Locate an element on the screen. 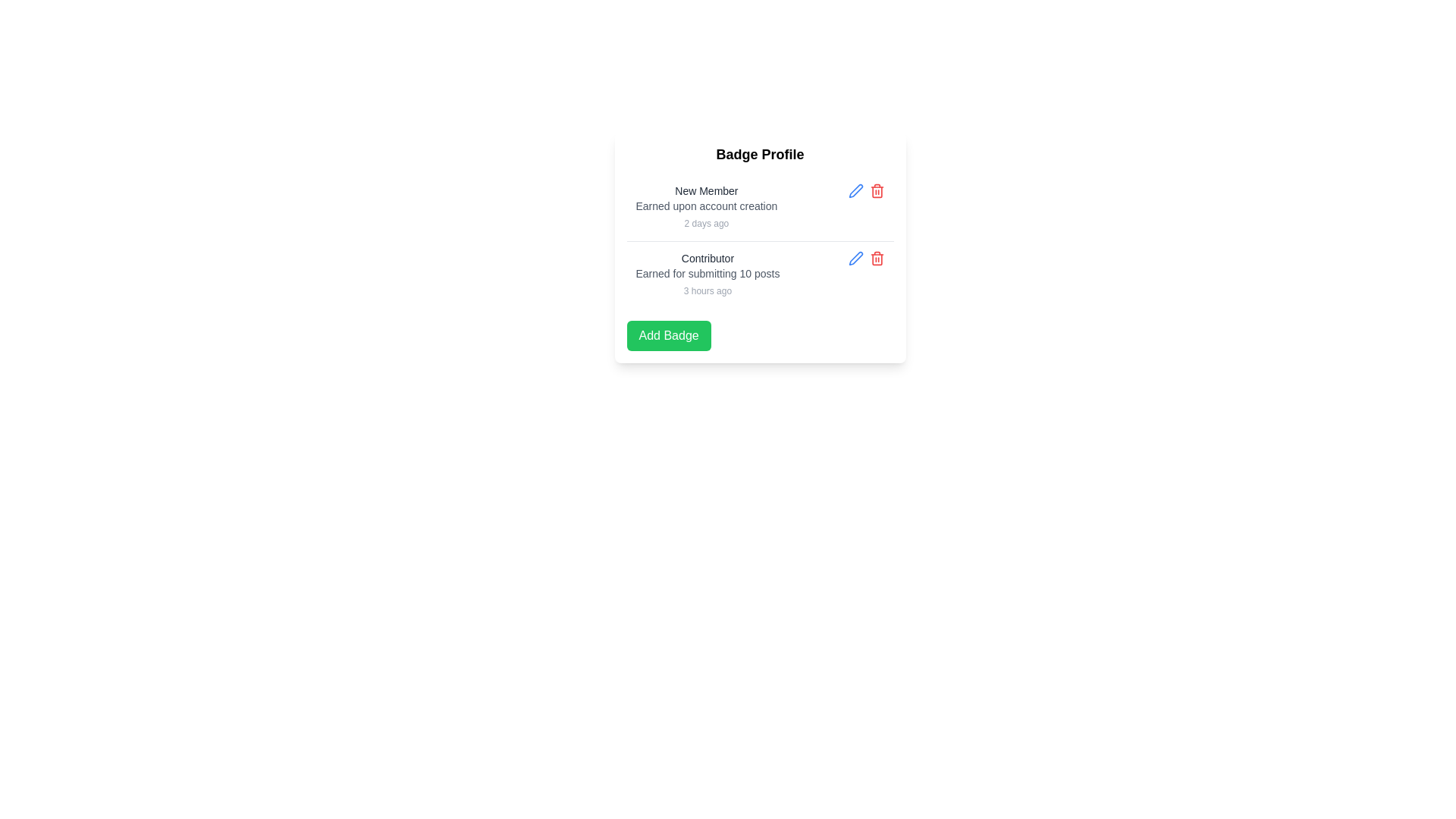 This screenshot has width=1456, height=819. the small, gray-colored text label reading '2 days ago' located in the 'New Member' section of the badge profile card, which is the third line of text below 'New Member' and 'Earned upon account creation' is located at coordinates (705, 223).